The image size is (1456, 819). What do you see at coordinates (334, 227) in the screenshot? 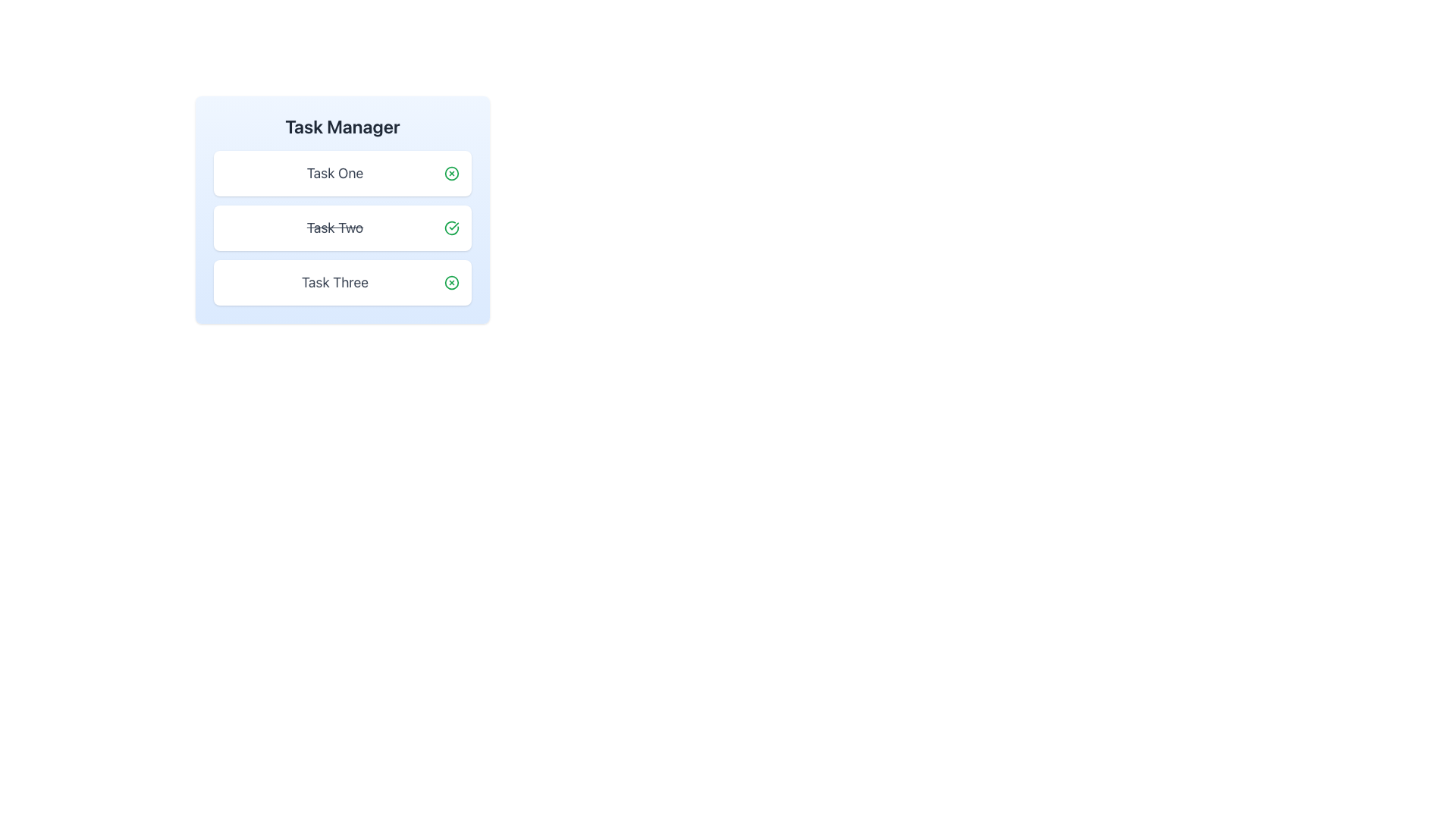
I see `the text label displaying 'Task Two', which is styled with a line-through effect and gray color, indicating it is a completed task` at bounding box center [334, 227].